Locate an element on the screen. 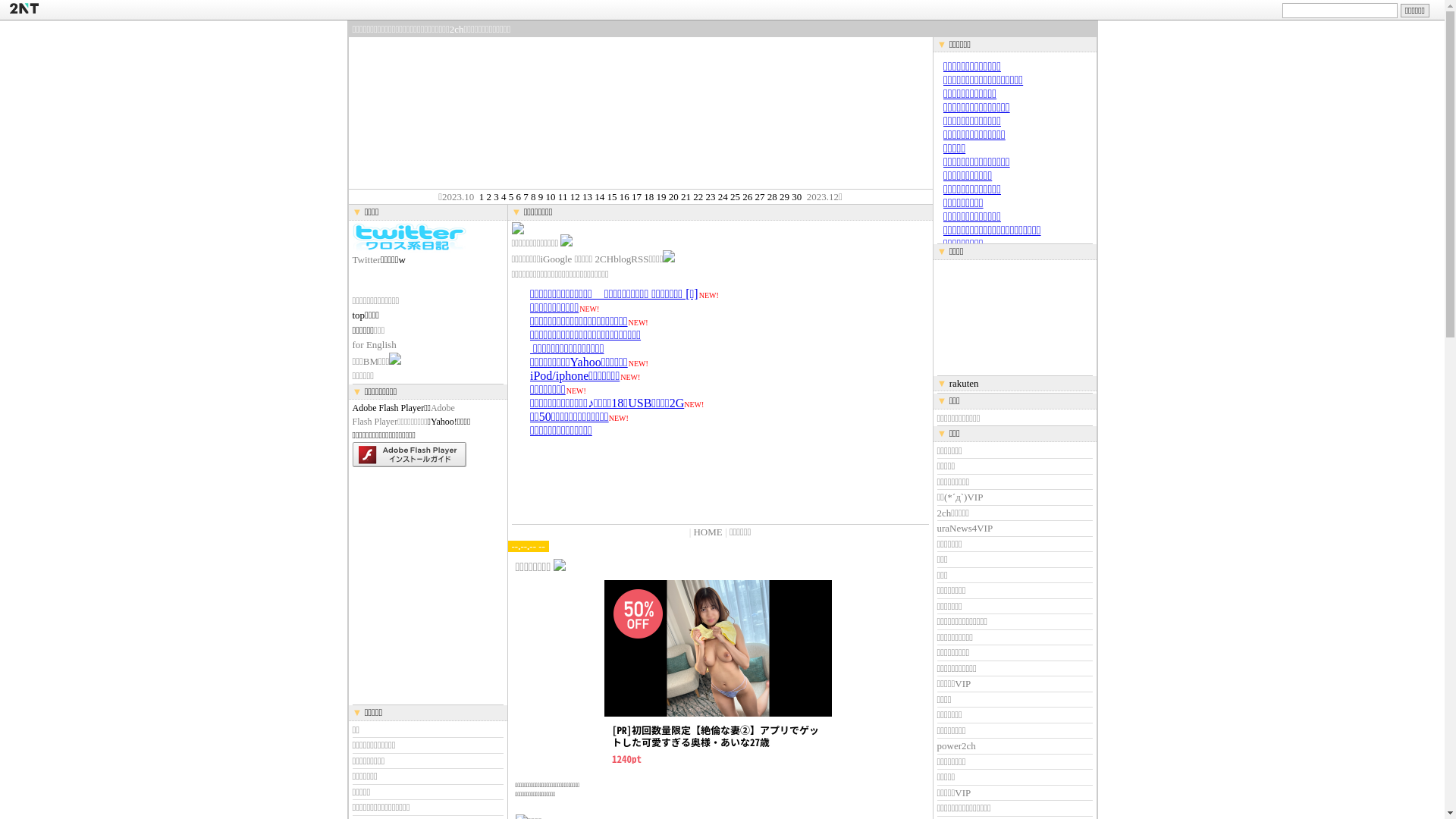 This screenshot has height=819, width=1456. 'HOME' is located at coordinates (706, 531).